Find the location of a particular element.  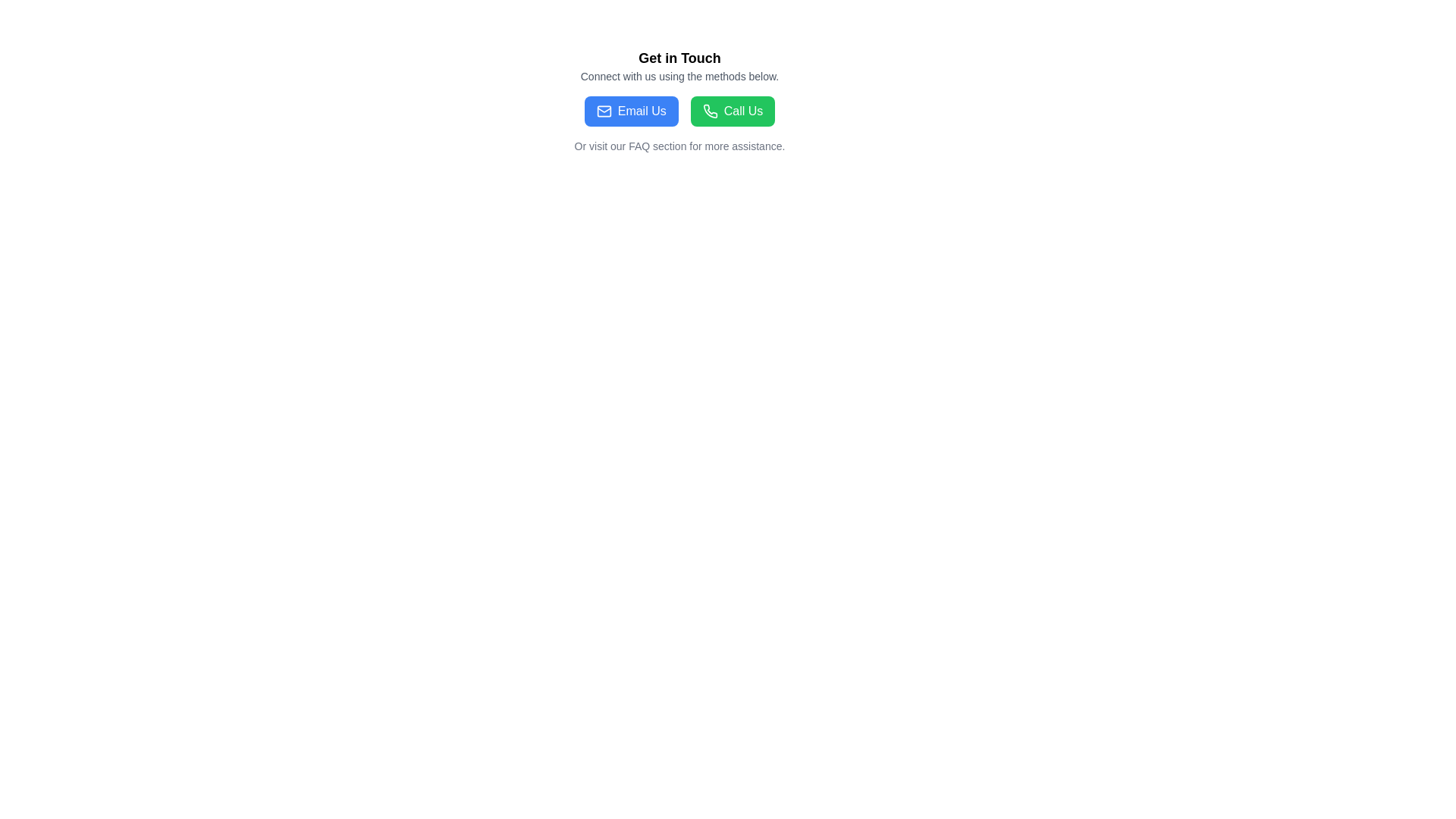

the 'Call Us' button, which has a green background, white text, and a phone icon is located at coordinates (733, 110).